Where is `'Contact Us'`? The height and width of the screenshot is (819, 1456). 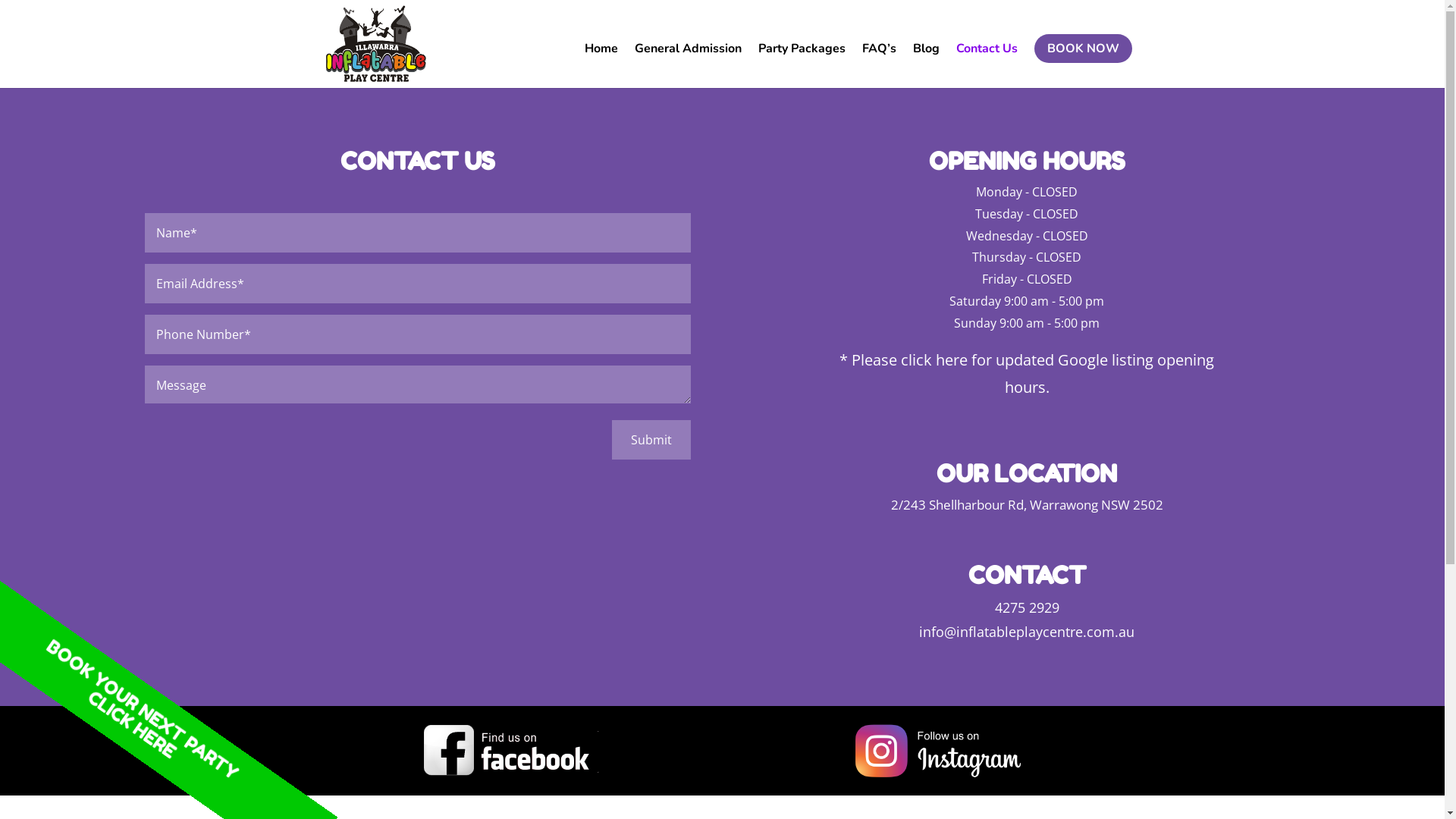
'Contact Us' is located at coordinates (986, 64).